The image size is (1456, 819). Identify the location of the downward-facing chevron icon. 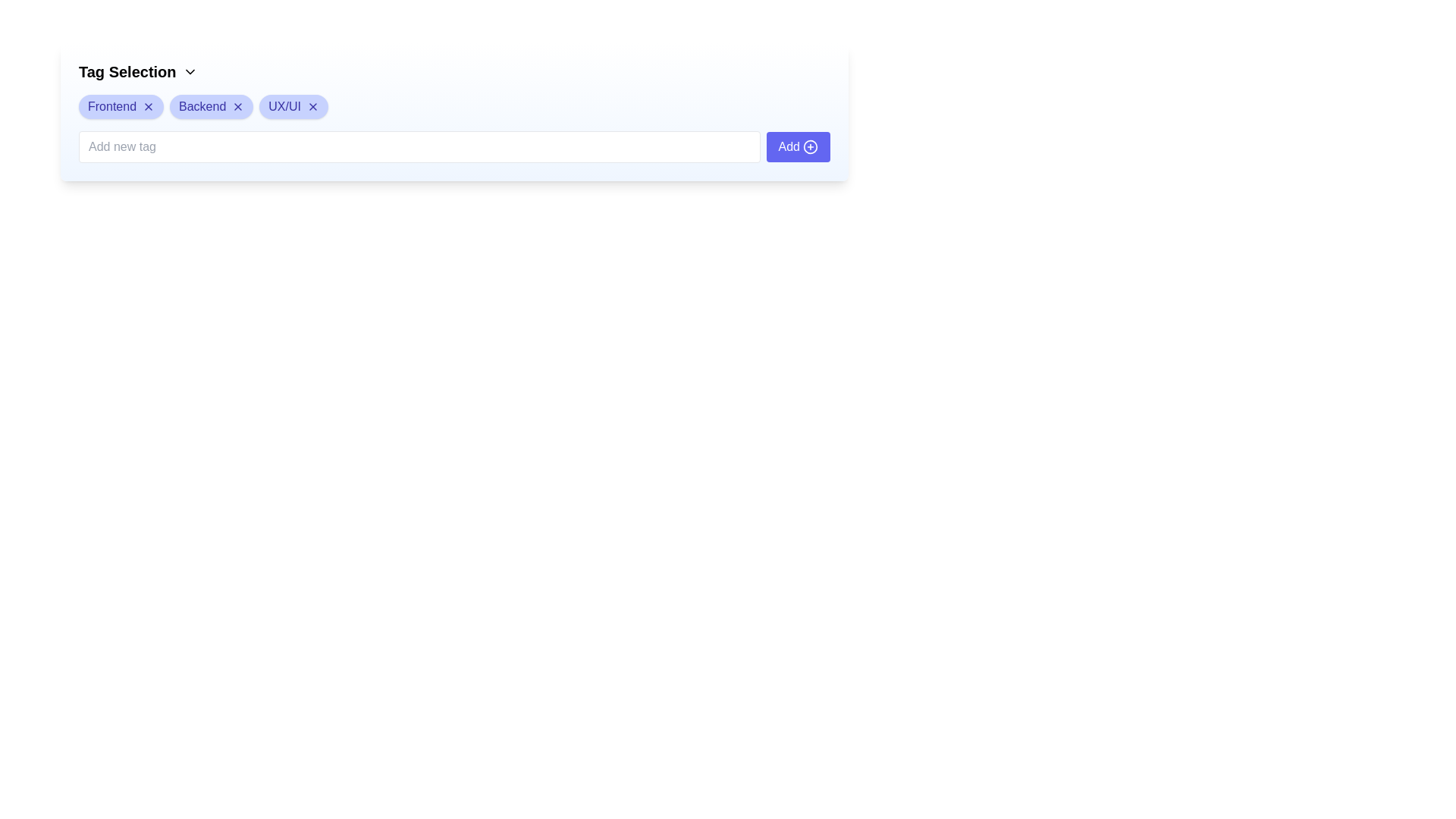
(189, 72).